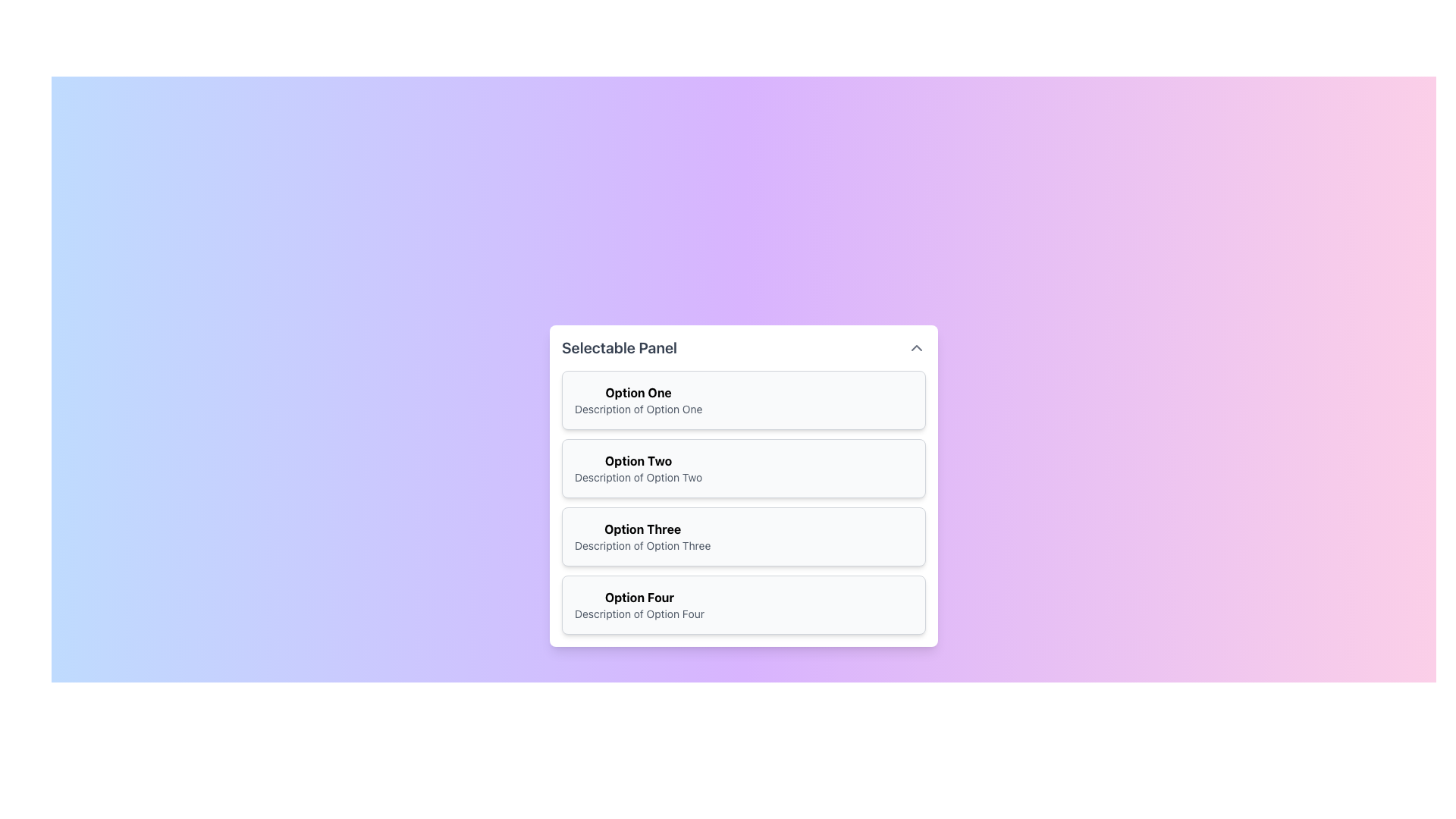 The image size is (1456, 819). Describe the element at coordinates (639, 400) in the screenshot. I see `the first list item in the selectable panel component, which has a bold title 'Option One' and a muted description 'Description of Option One'` at that location.